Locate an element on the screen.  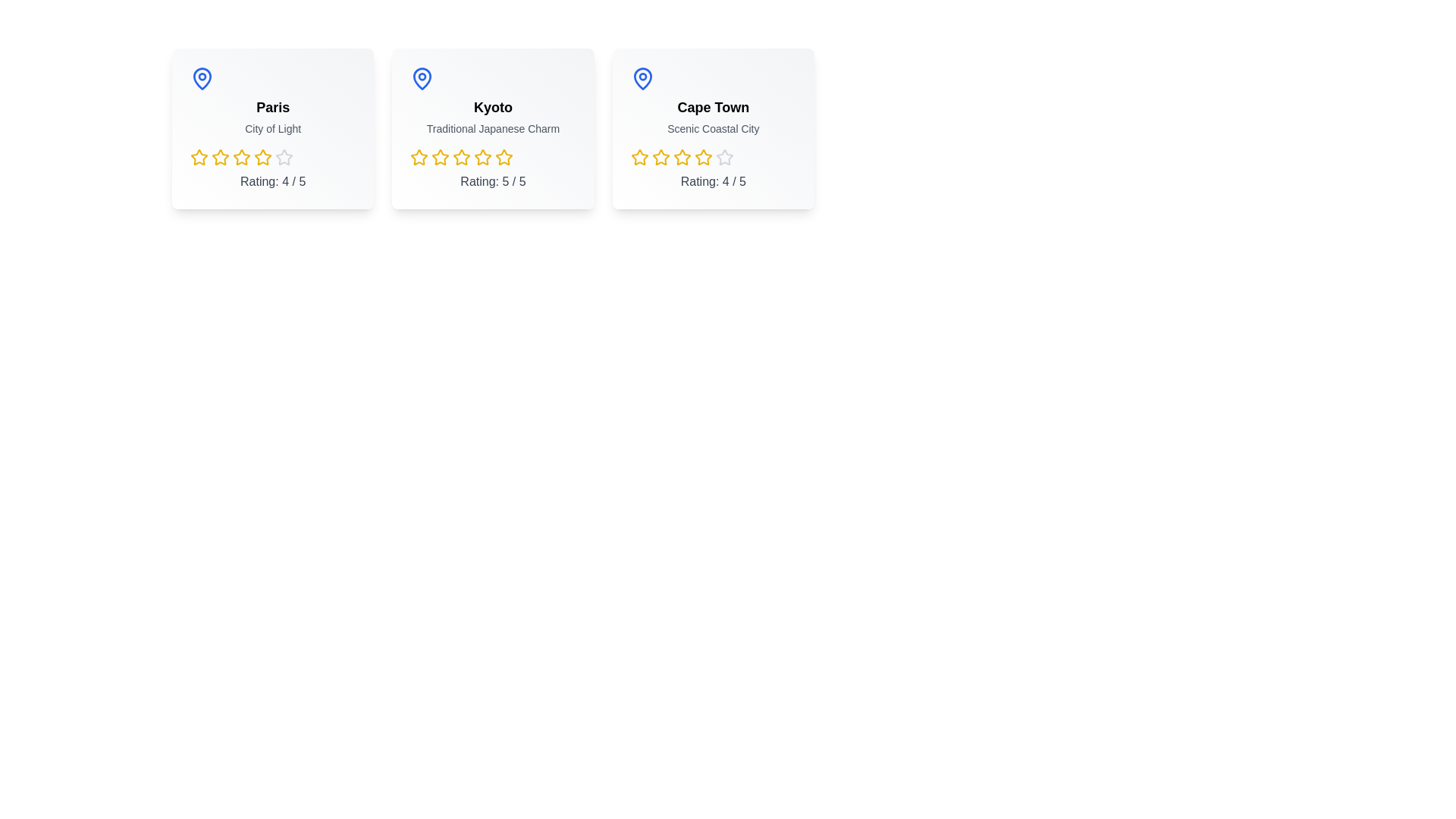
the map pin icon for Paris is located at coordinates (202, 79).